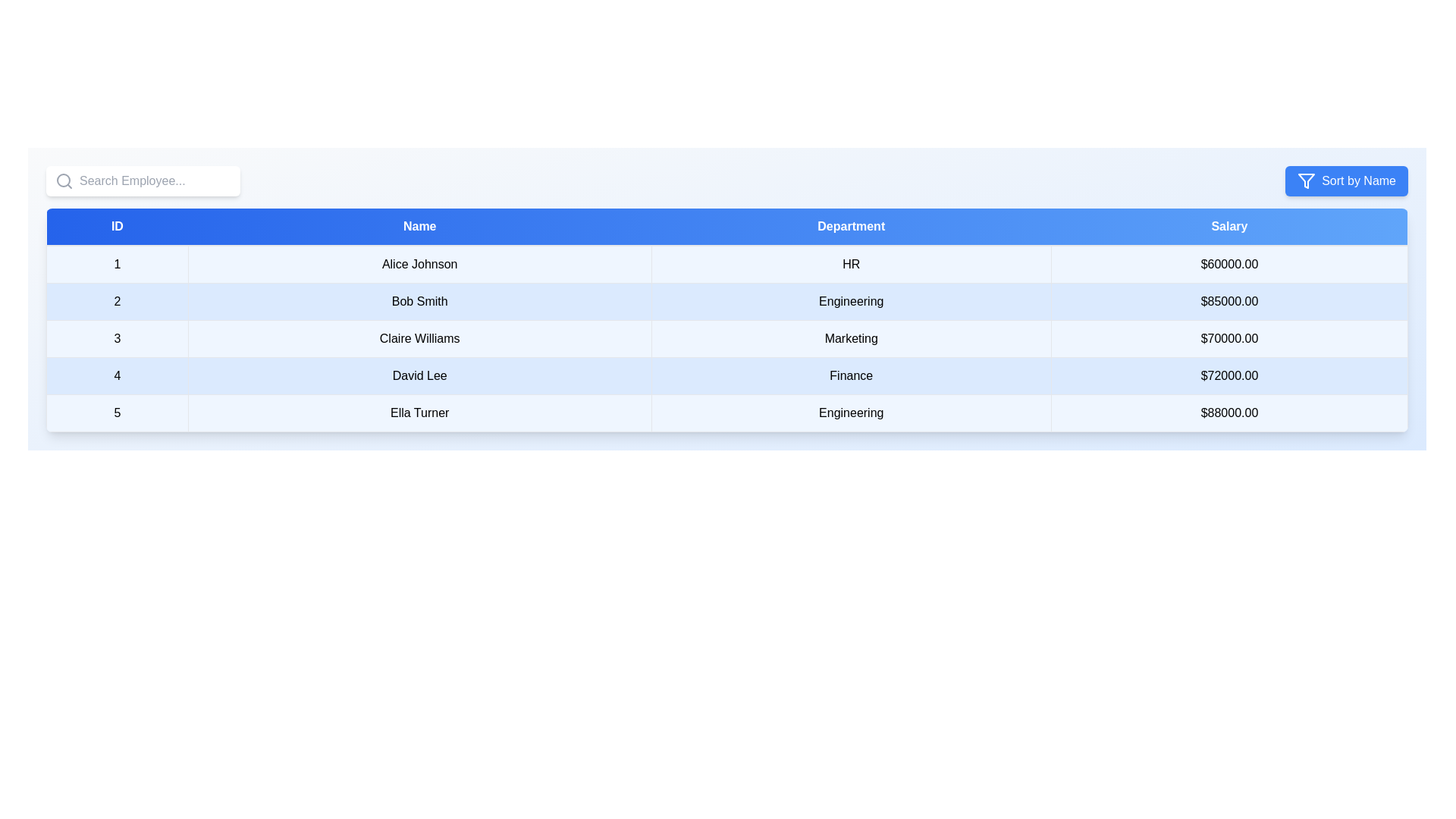 This screenshot has width=1456, height=819. What do you see at coordinates (1306, 180) in the screenshot?
I see `the funnel icon located to the left of the 'Sort by Name' label within a button at the top right of the interface above the salary column` at bounding box center [1306, 180].